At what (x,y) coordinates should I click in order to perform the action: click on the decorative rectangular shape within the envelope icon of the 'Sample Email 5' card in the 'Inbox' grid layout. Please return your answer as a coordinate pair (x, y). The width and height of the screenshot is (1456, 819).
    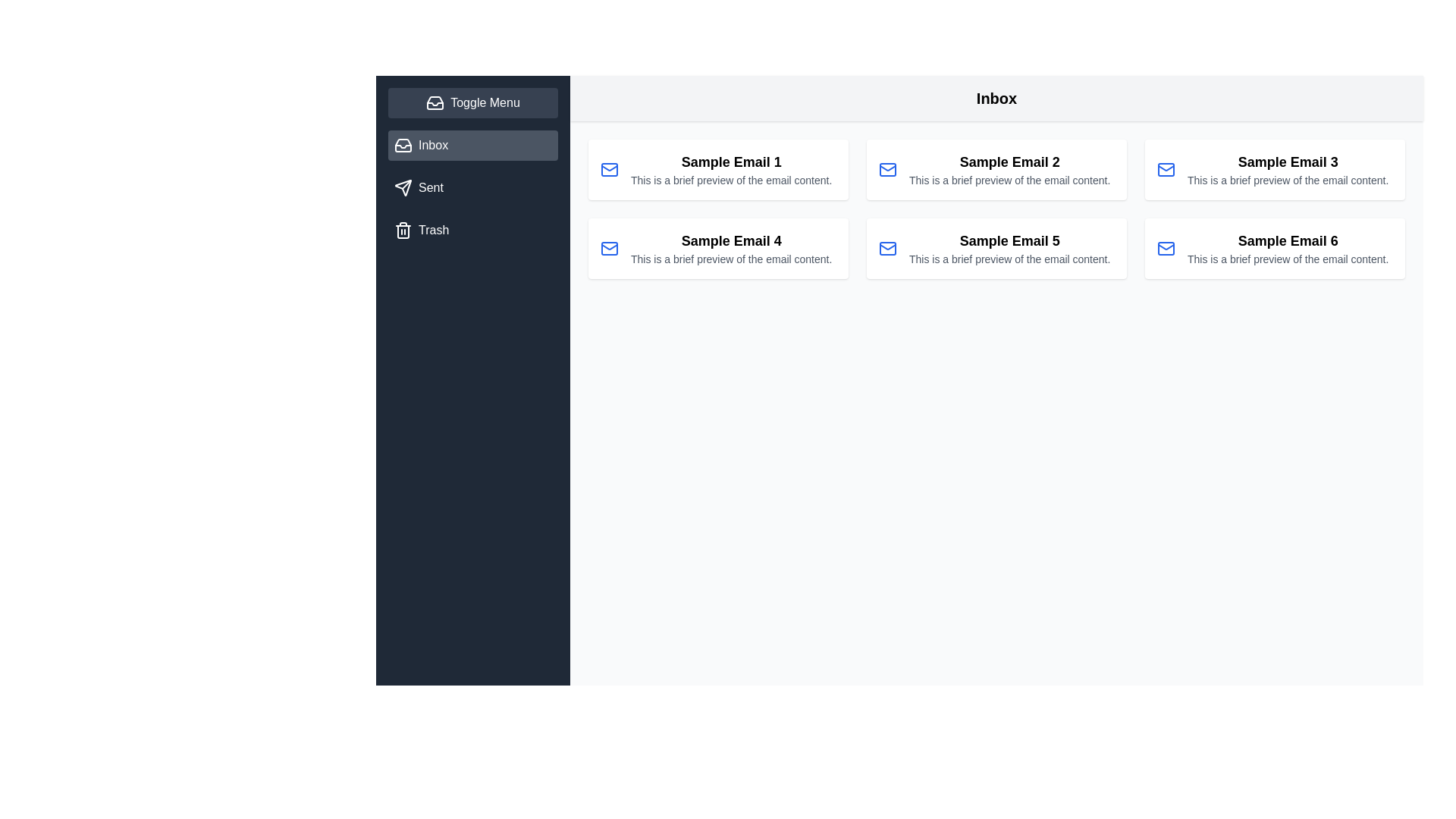
    Looking at the image, I should click on (888, 247).